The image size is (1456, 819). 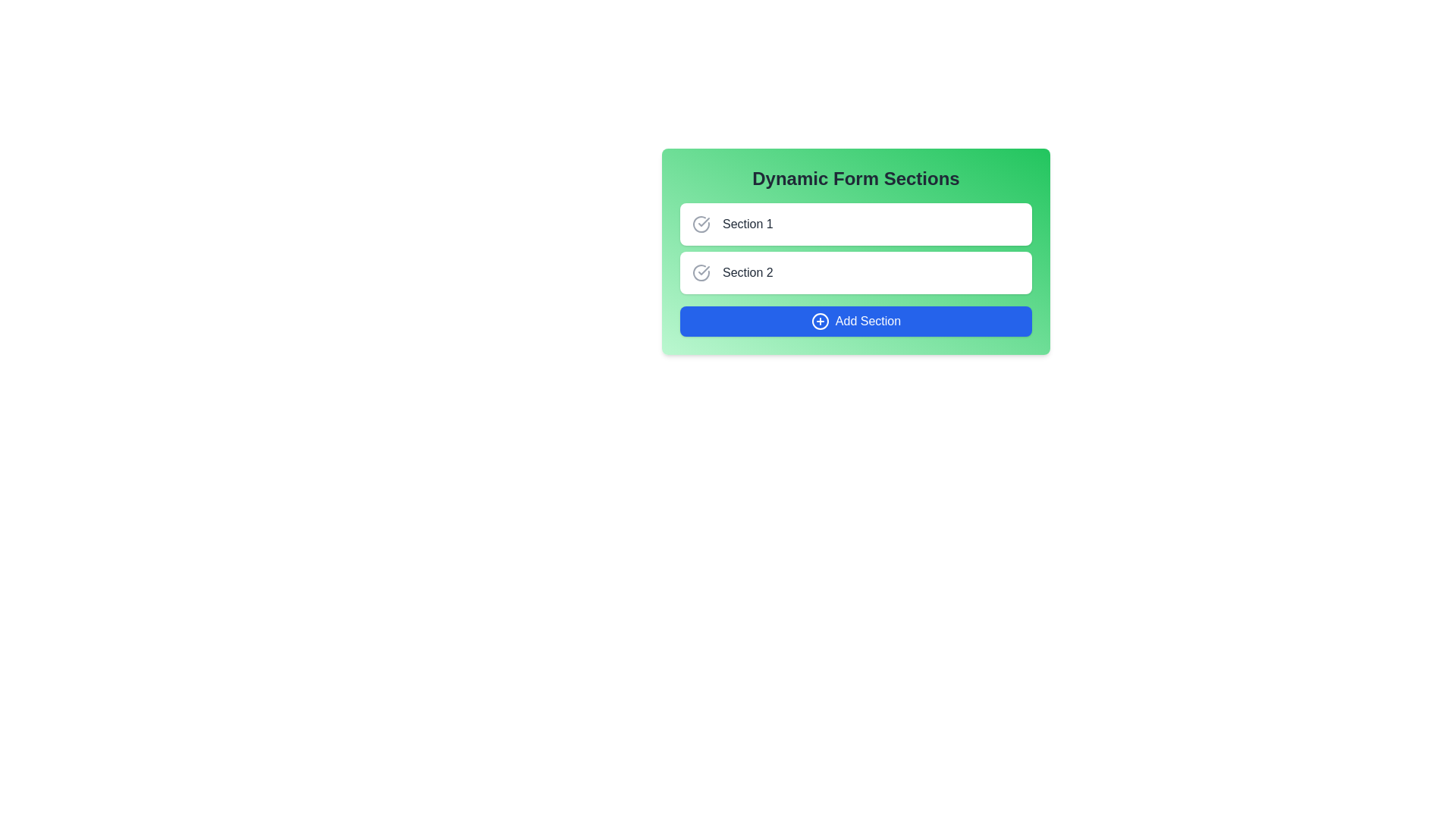 I want to click on text of the title element located at the top of the green background card above 'Section 1' and 'Section 2', so click(x=855, y=177).